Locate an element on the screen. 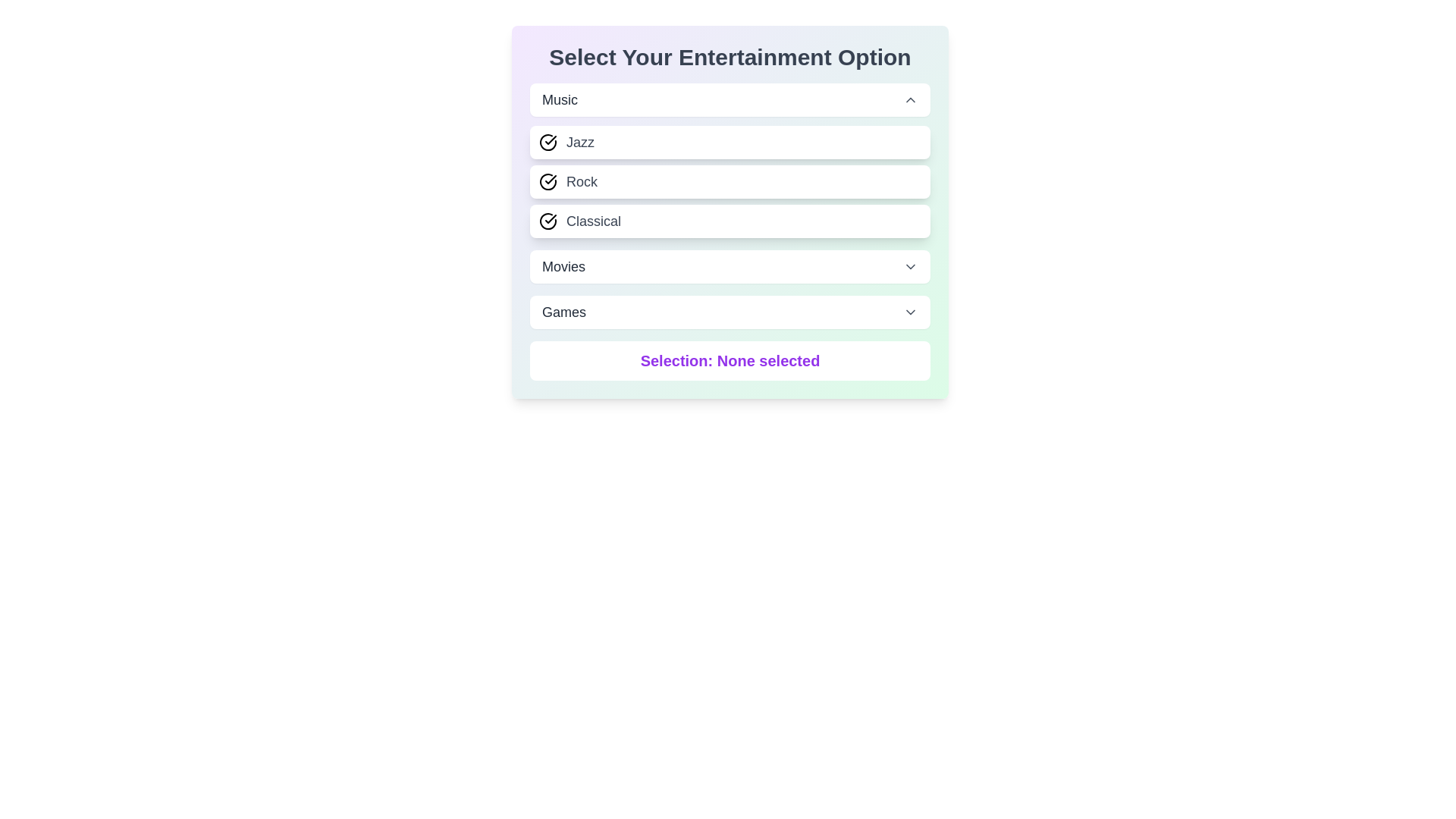  the SVG icon indicating that the 'Jazz' option is selected is located at coordinates (548, 143).